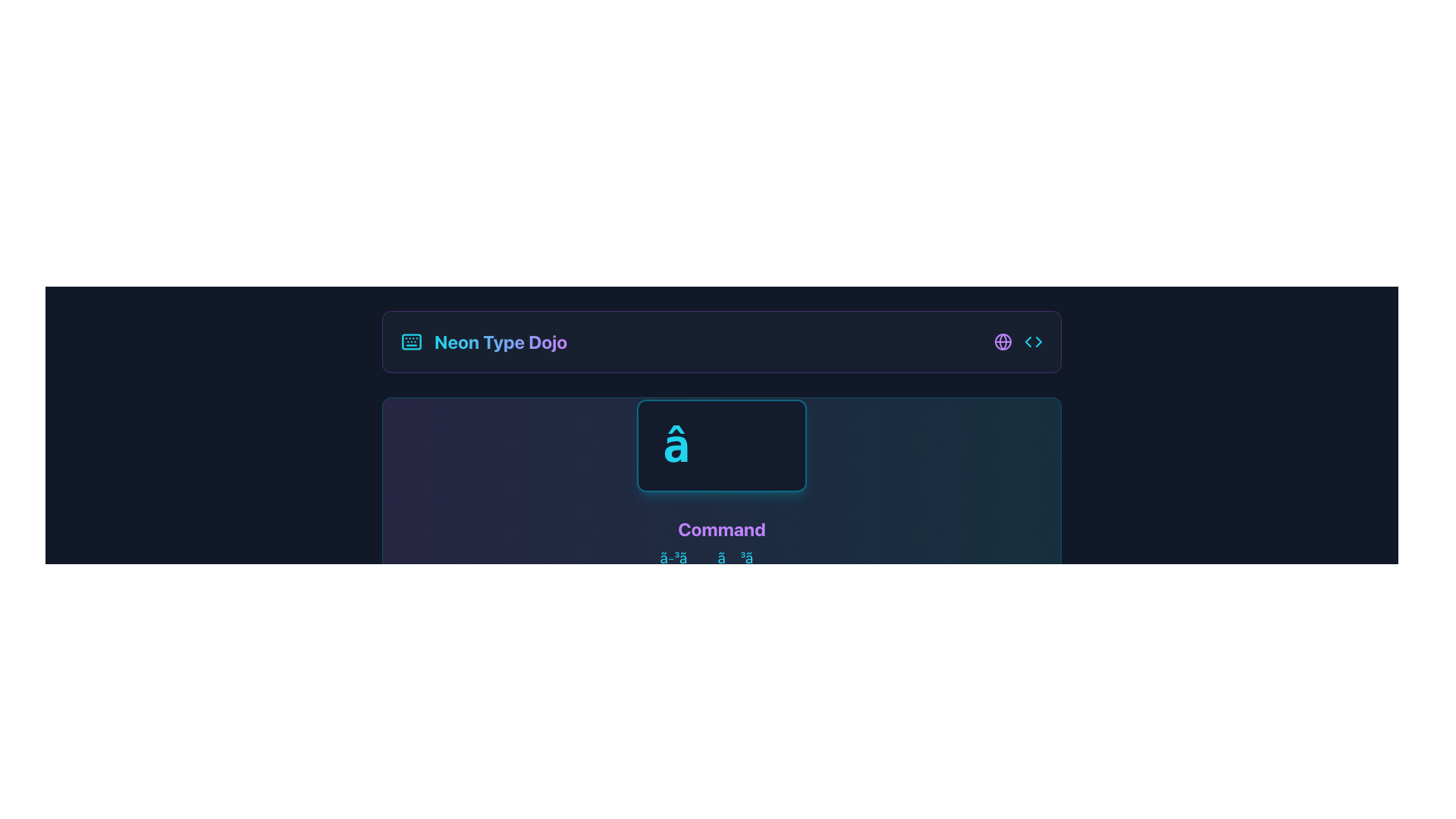 This screenshot has height=819, width=1456. I want to click on the second icon, which is the cyan code symbol, in the compact horizontal group of icons located at the top right of the header section, so click(1018, 342).